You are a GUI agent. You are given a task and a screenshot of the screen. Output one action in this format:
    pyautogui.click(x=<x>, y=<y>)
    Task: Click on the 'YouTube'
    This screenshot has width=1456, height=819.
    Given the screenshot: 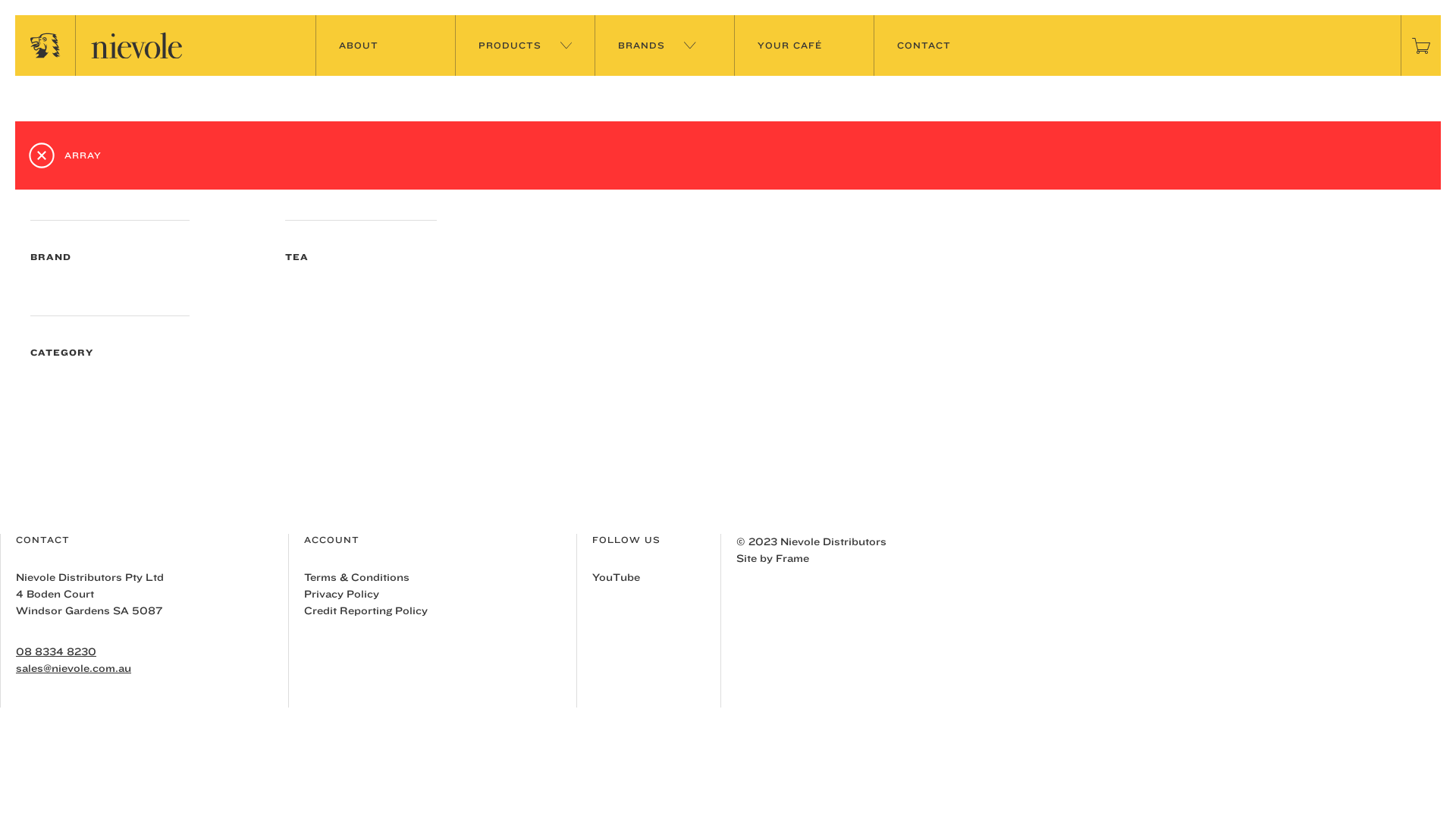 What is the action you would take?
    pyautogui.click(x=616, y=576)
    